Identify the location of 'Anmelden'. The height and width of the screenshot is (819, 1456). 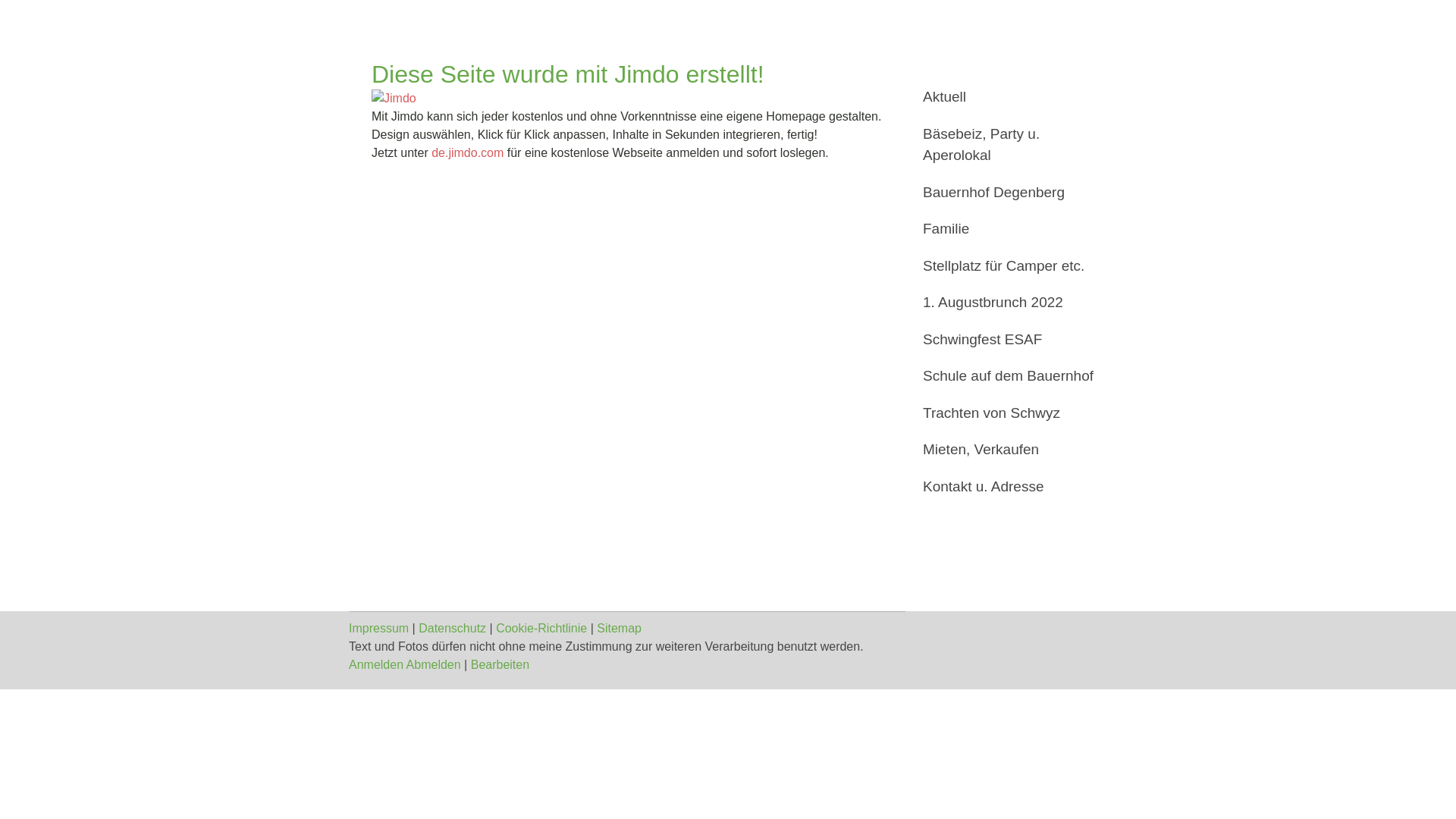
(375, 664).